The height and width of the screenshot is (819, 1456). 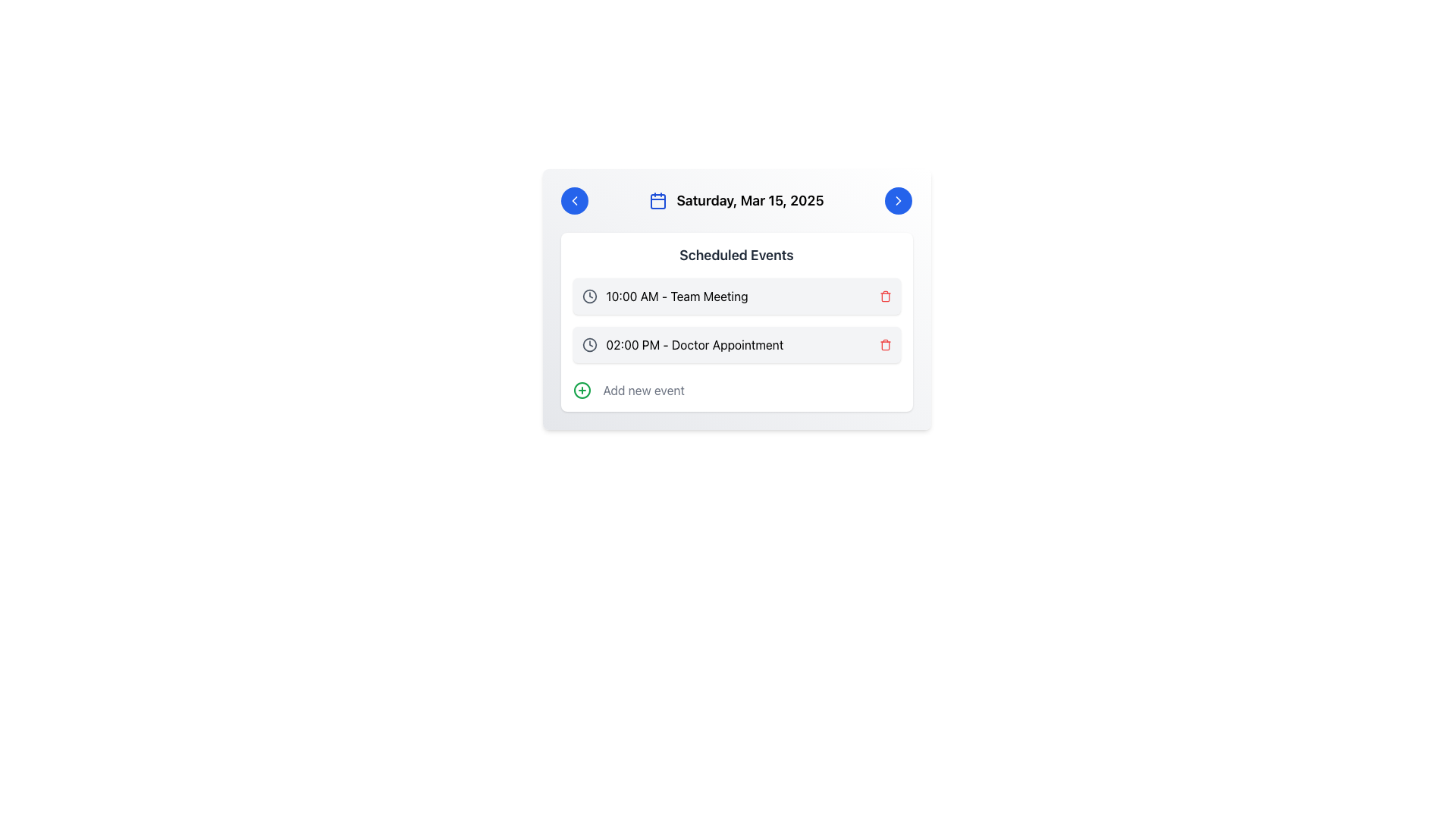 I want to click on the left-pointing chevron arrow icon located inside a blue circular button, so click(x=573, y=200).